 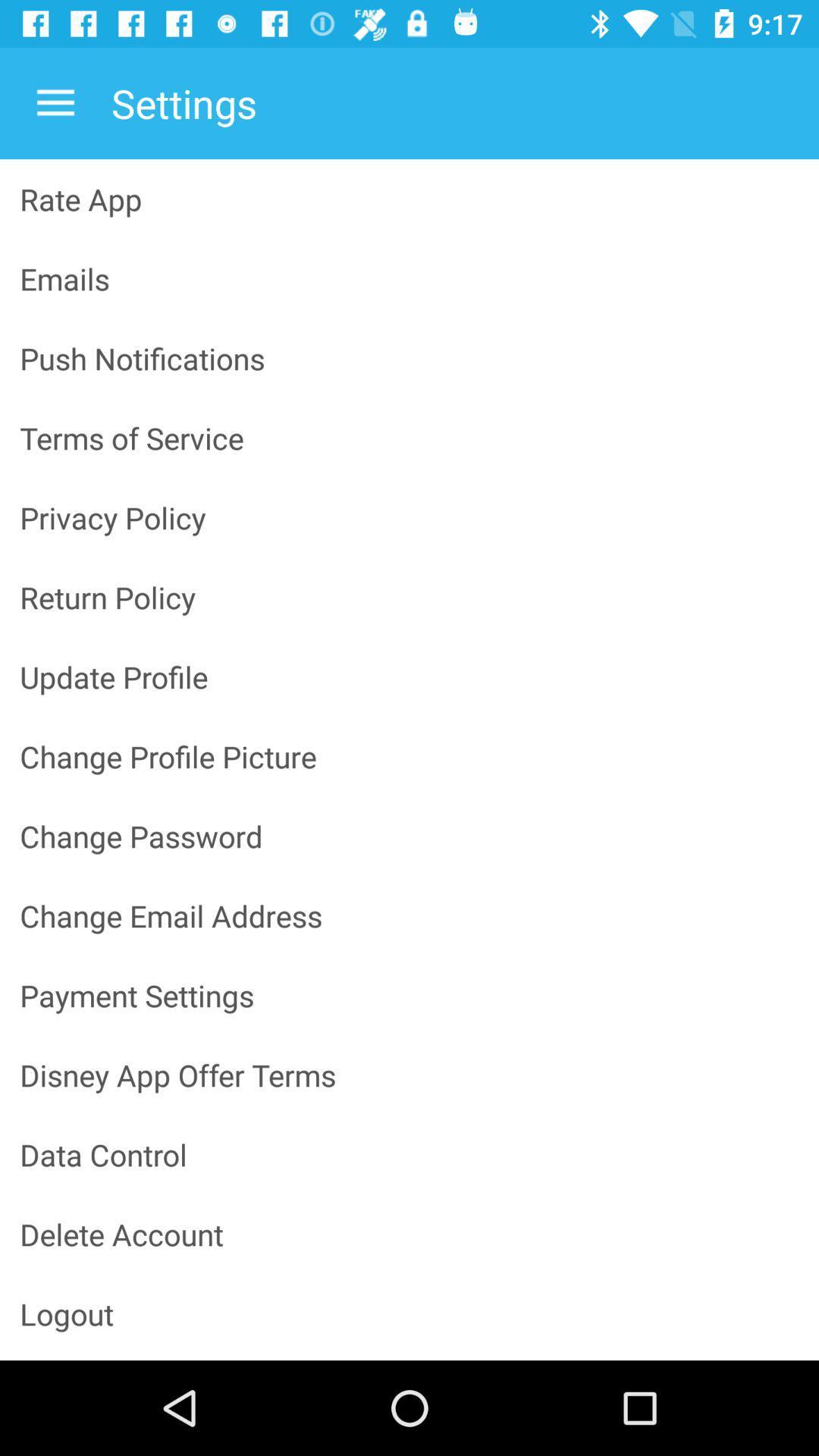 I want to click on the update profile icon, so click(x=409, y=676).